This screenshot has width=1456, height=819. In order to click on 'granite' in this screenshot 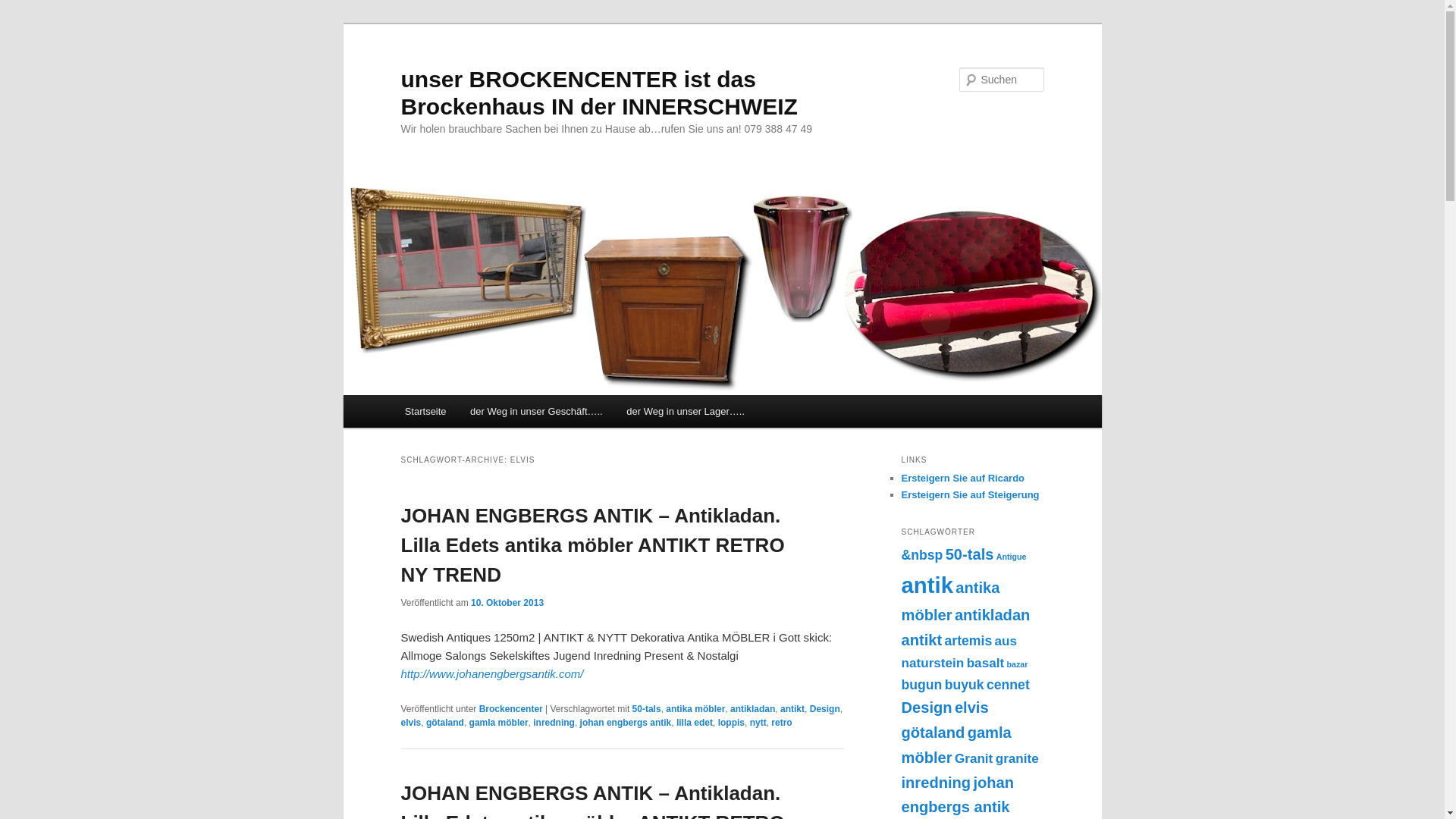, I will do `click(1017, 758)`.